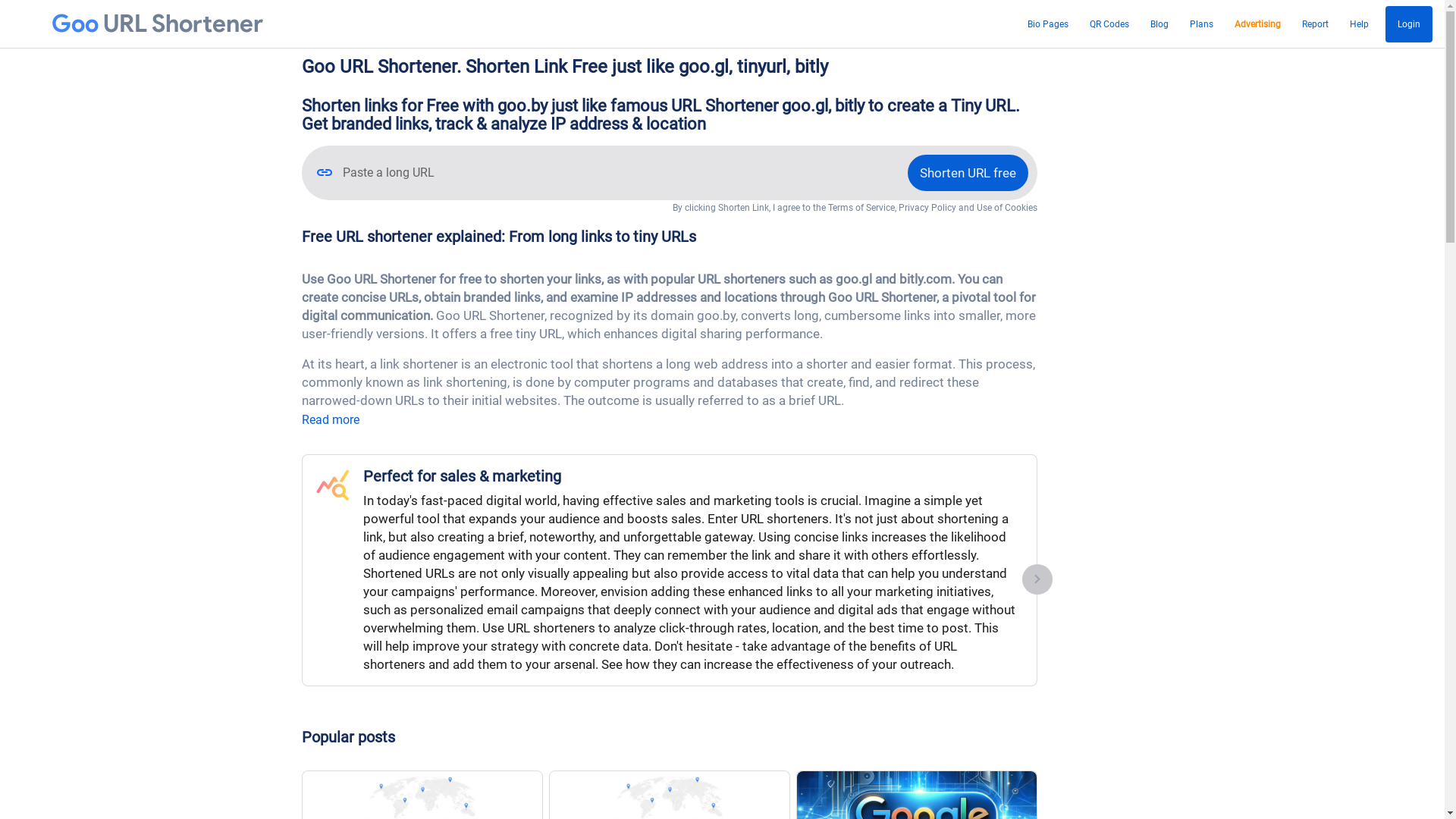  I want to click on 'Advertising', so click(1257, 24).